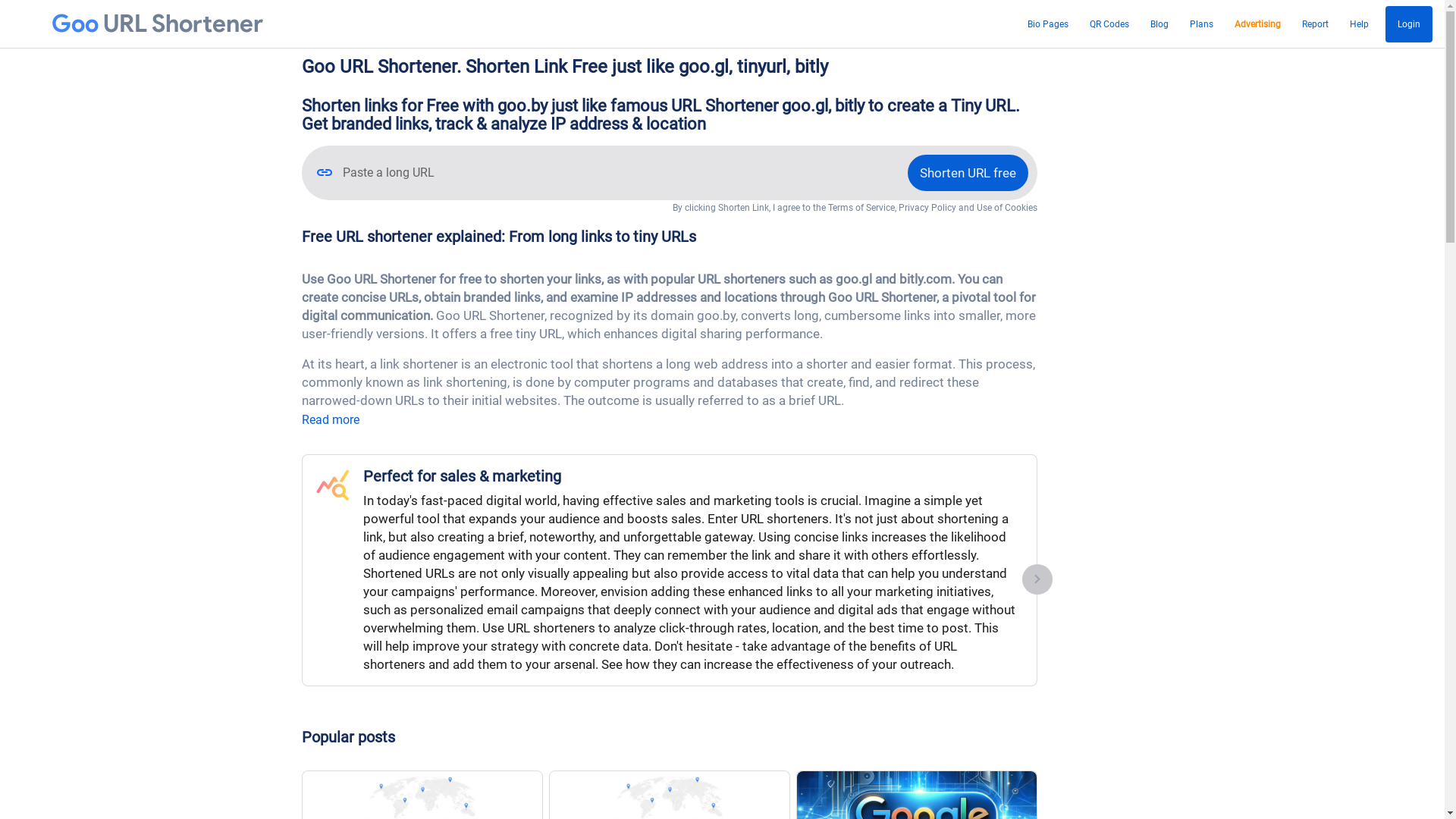  I want to click on 'Advertising', so click(1257, 24).